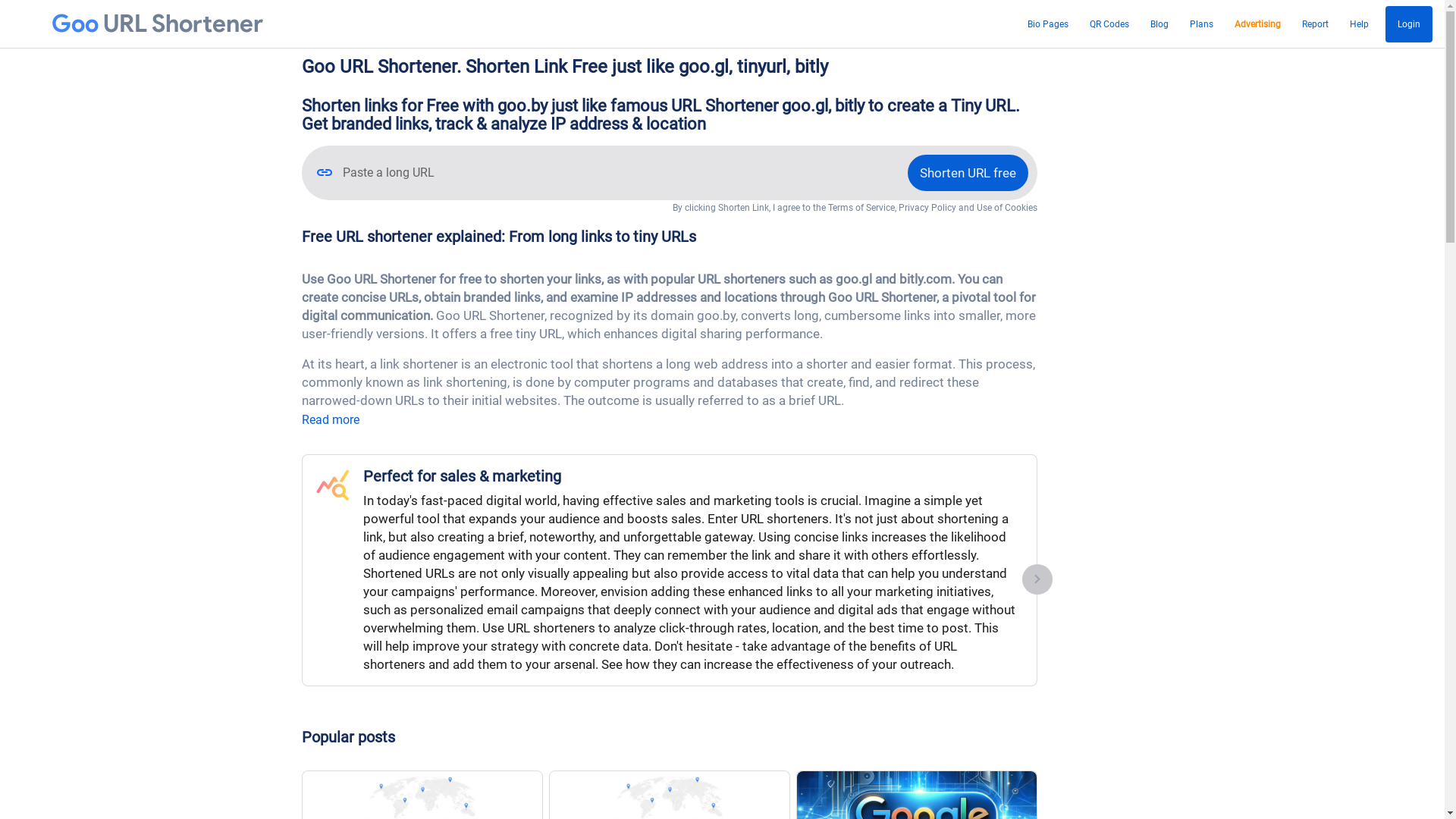  I want to click on 'Advertising', so click(1257, 24).